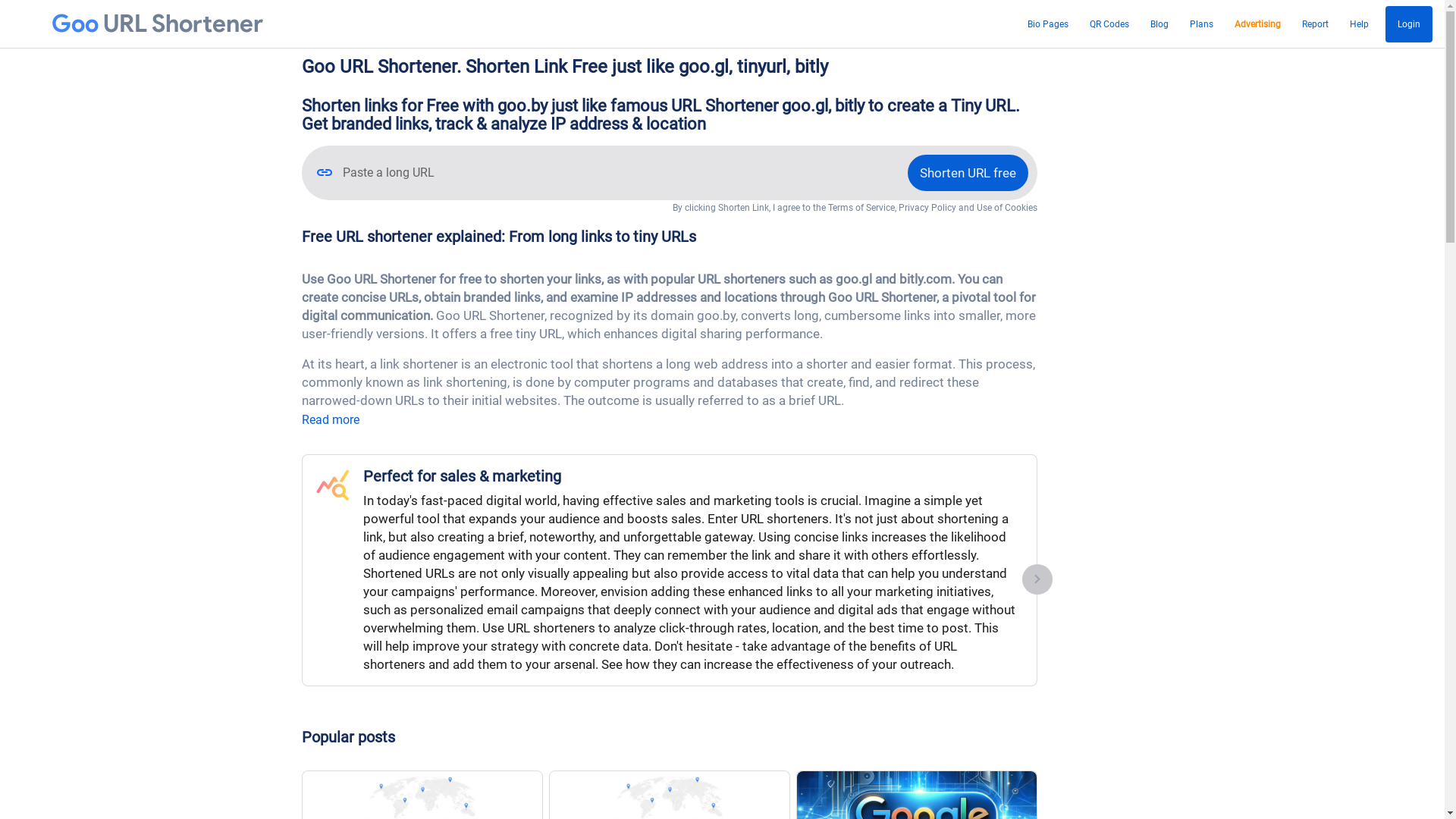  I want to click on 'Advertising', so click(1257, 24).